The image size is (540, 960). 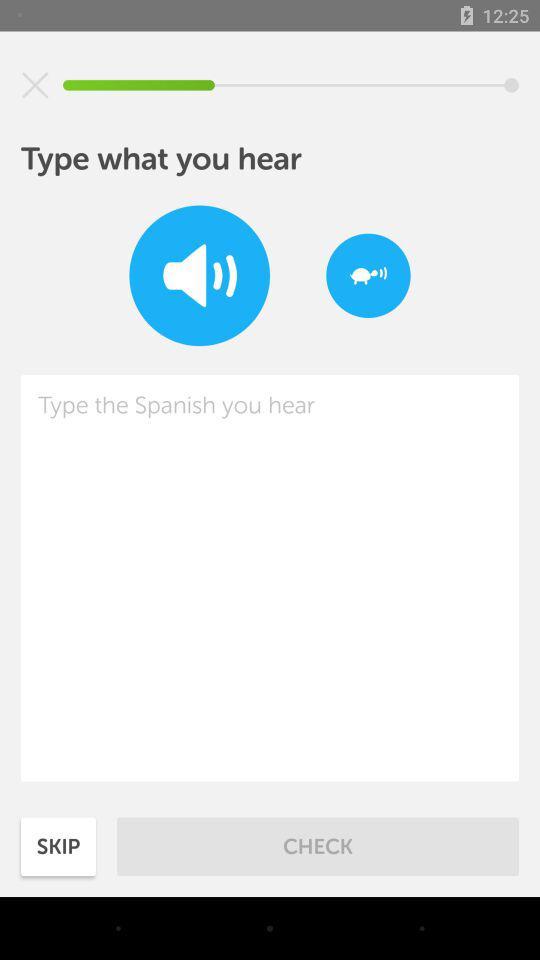 I want to click on input words section, so click(x=270, y=578).